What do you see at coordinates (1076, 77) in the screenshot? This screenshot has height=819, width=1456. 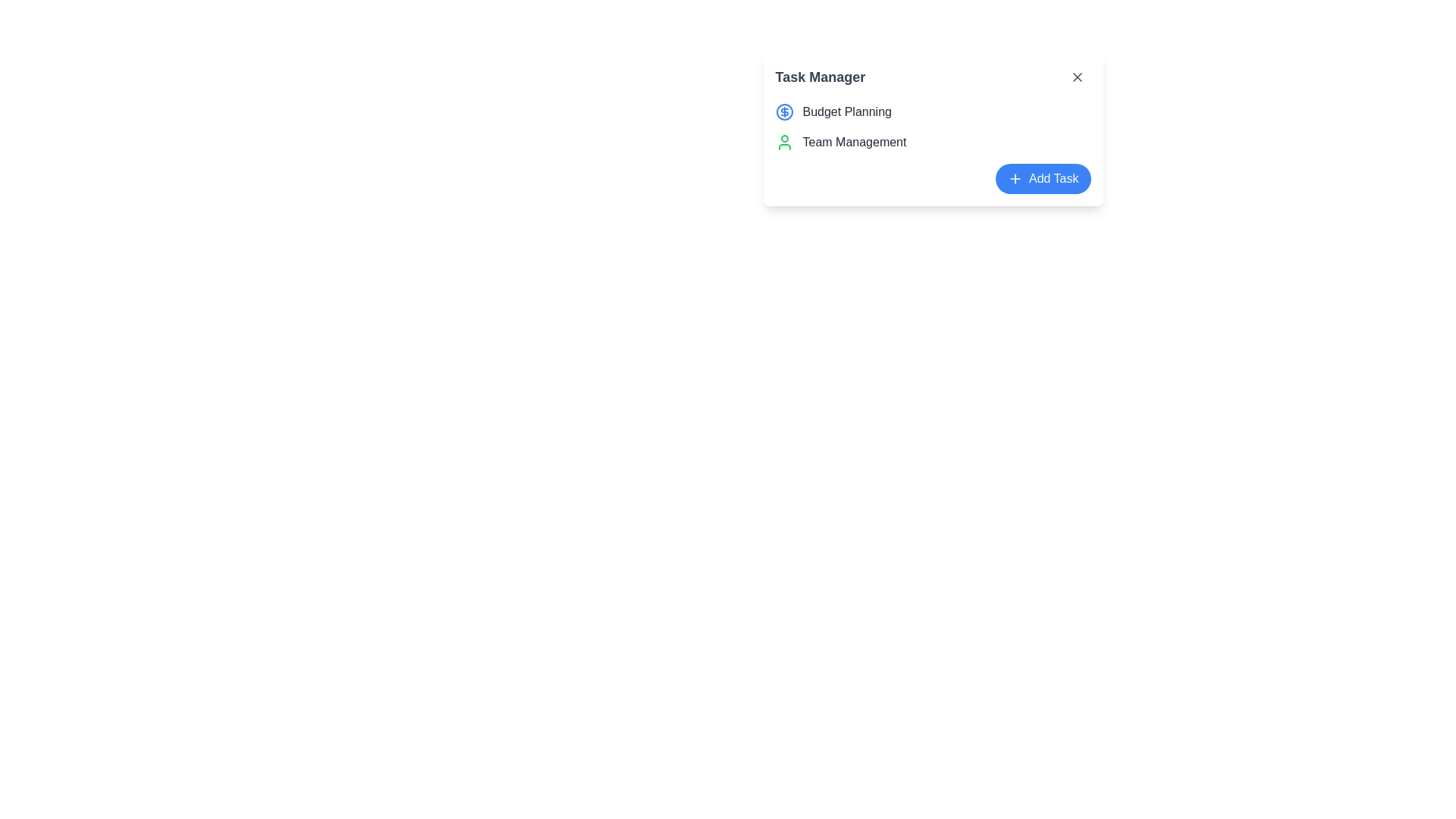 I see `the close icon located at the top-right corner of the 'Task Manager' card` at bounding box center [1076, 77].